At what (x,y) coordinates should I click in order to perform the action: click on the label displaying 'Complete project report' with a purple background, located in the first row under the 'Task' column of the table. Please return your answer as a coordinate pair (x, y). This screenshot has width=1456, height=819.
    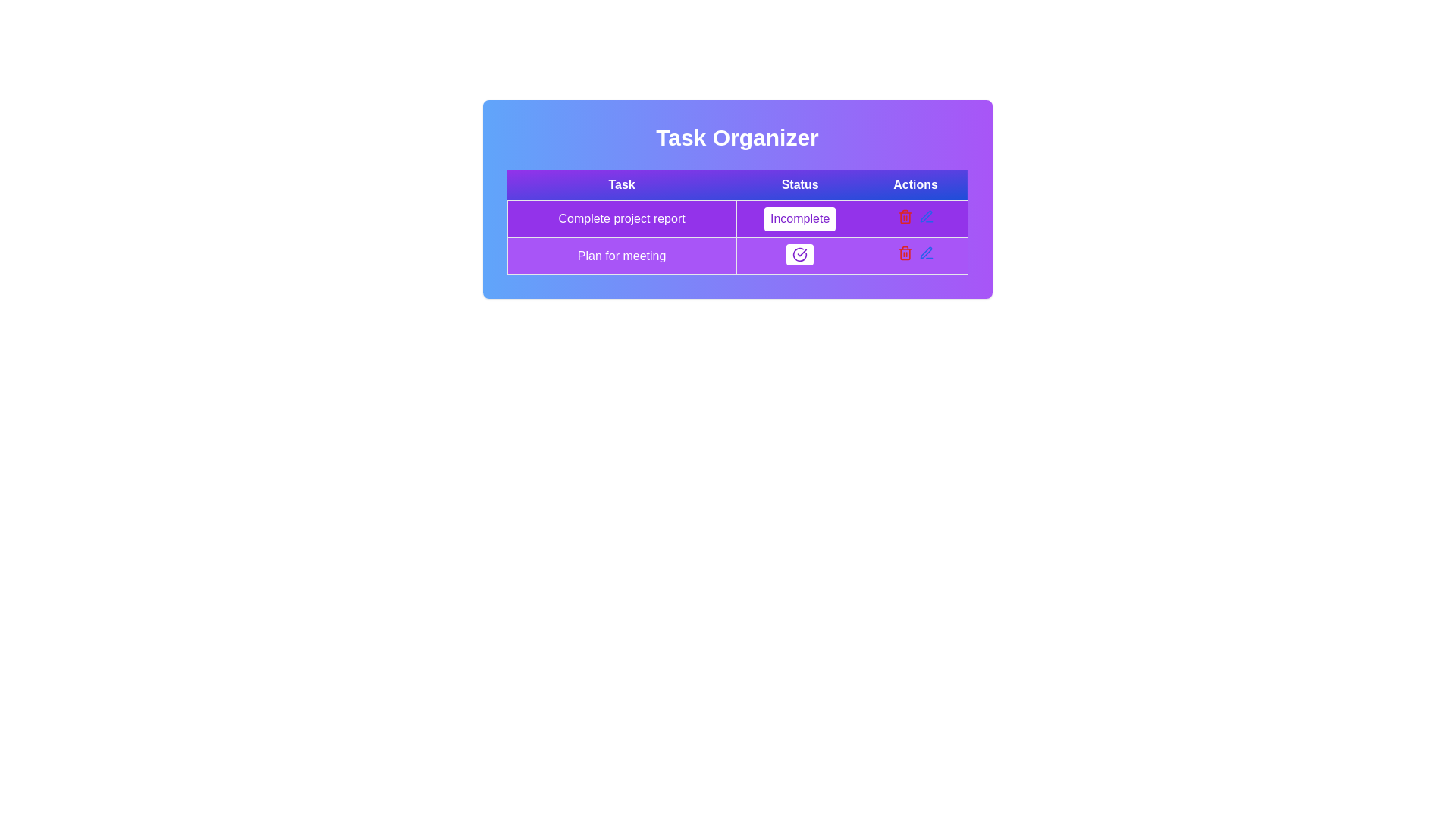
    Looking at the image, I should click on (622, 219).